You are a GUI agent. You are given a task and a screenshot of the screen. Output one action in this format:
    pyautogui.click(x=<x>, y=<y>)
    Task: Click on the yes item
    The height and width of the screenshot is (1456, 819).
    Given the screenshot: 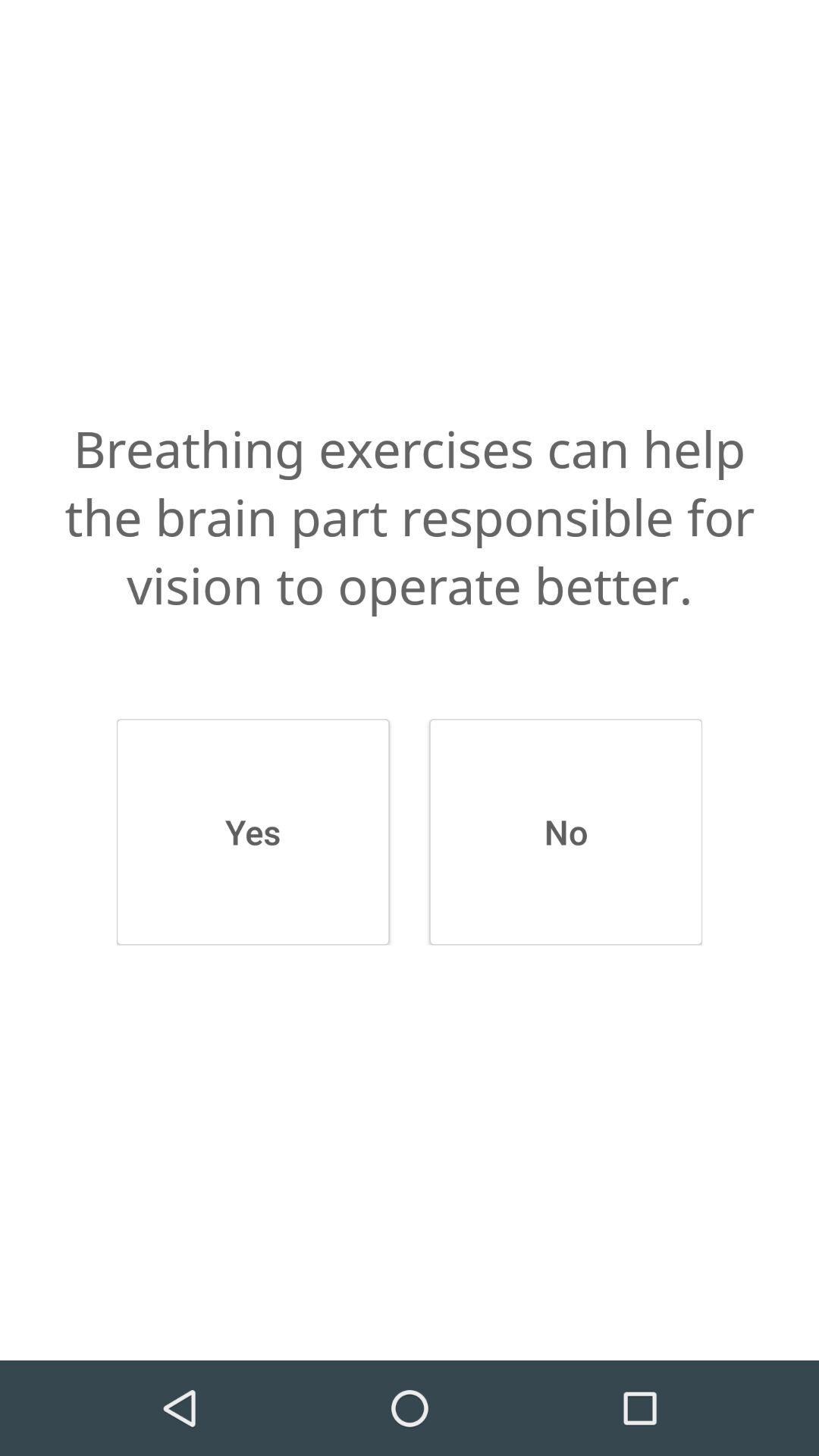 What is the action you would take?
    pyautogui.click(x=252, y=831)
    